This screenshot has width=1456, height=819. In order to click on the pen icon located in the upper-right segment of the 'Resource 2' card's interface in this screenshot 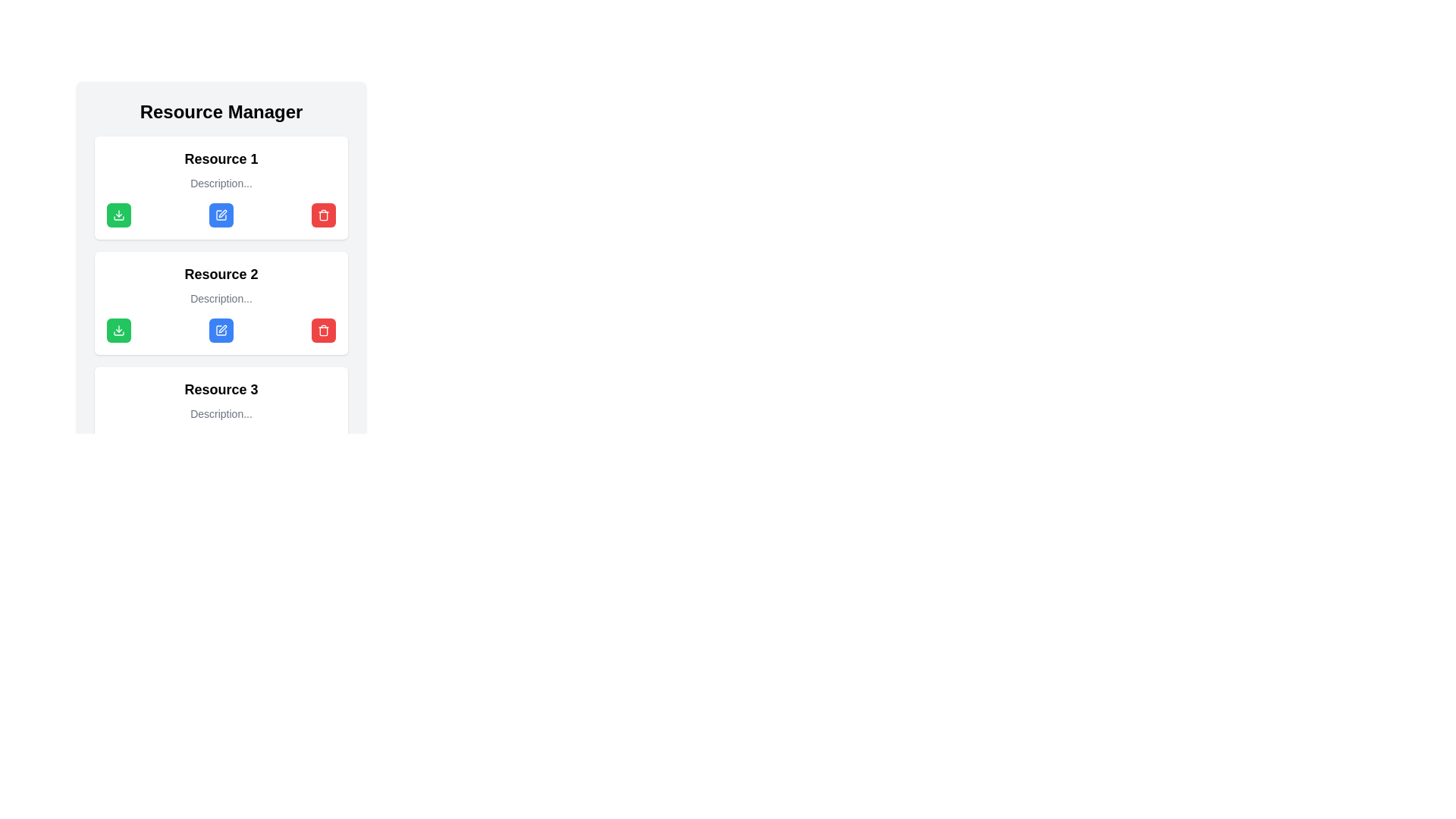, I will do `click(221, 328)`.